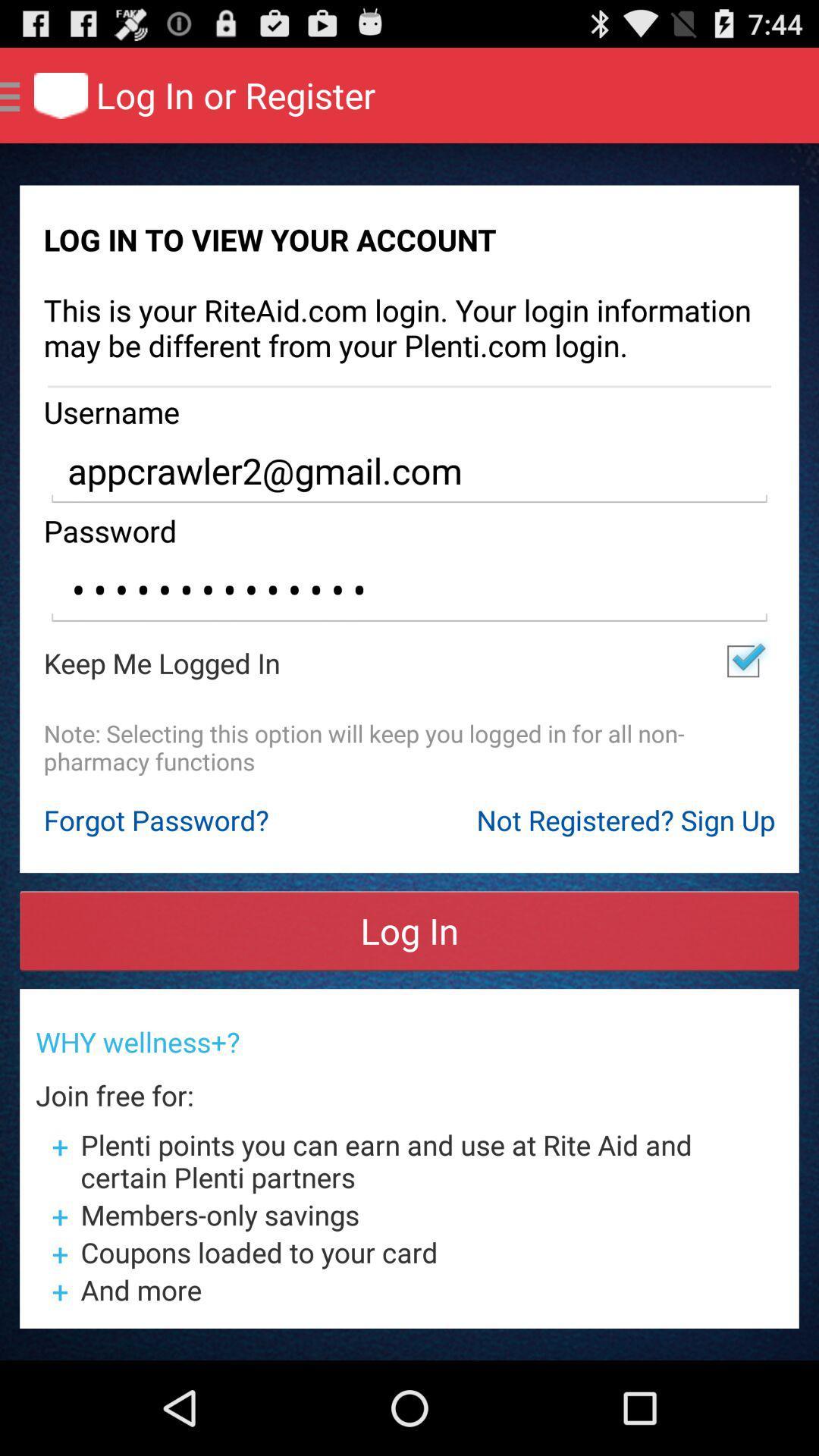 This screenshot has width=819, height=1456. Describe the element at coordinates (742, 661) in the screenshot. I see `item to the right of the keep me logged` at that location.